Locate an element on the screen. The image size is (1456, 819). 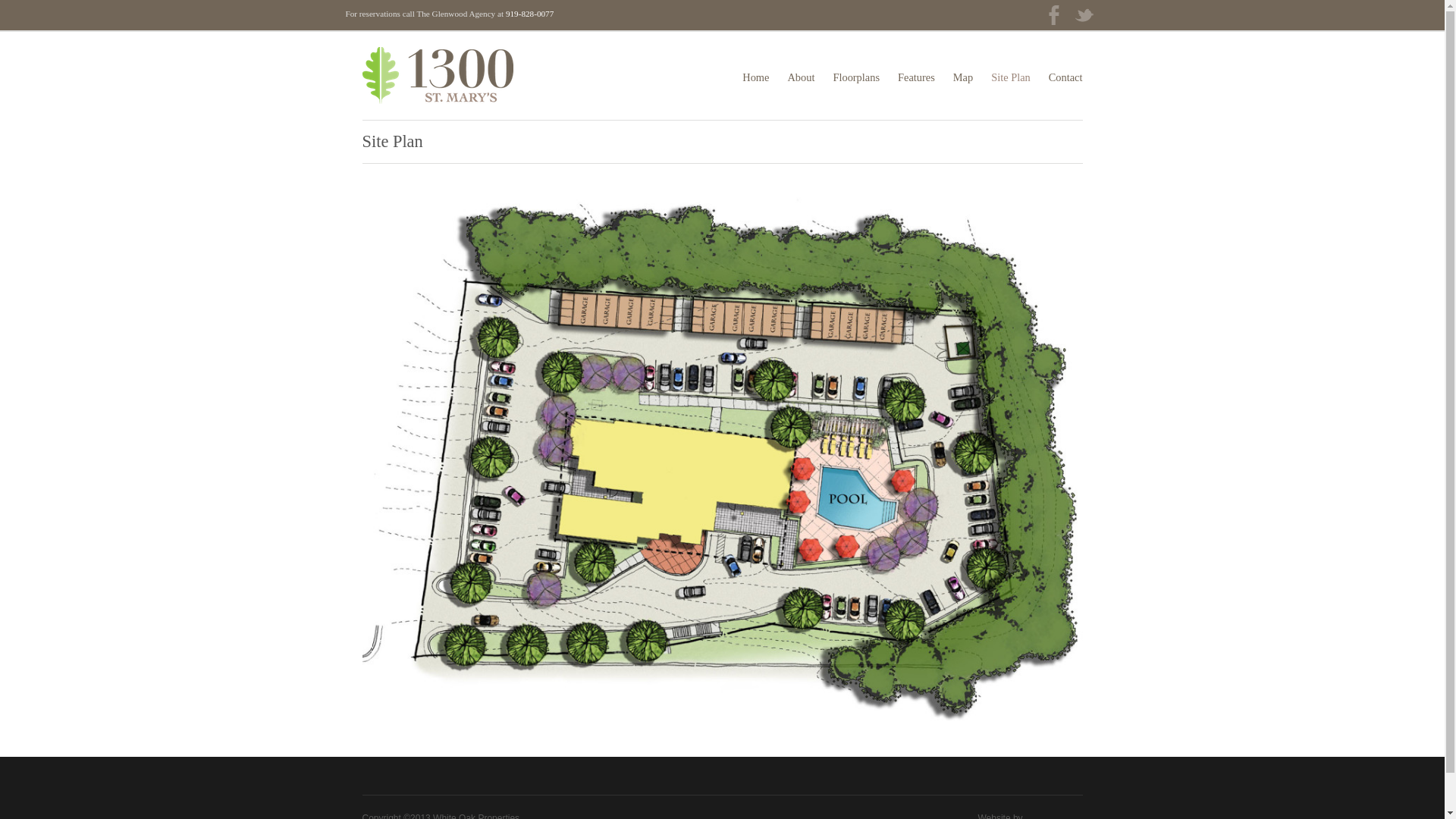
'Map' is located at coordinates (962, 77).